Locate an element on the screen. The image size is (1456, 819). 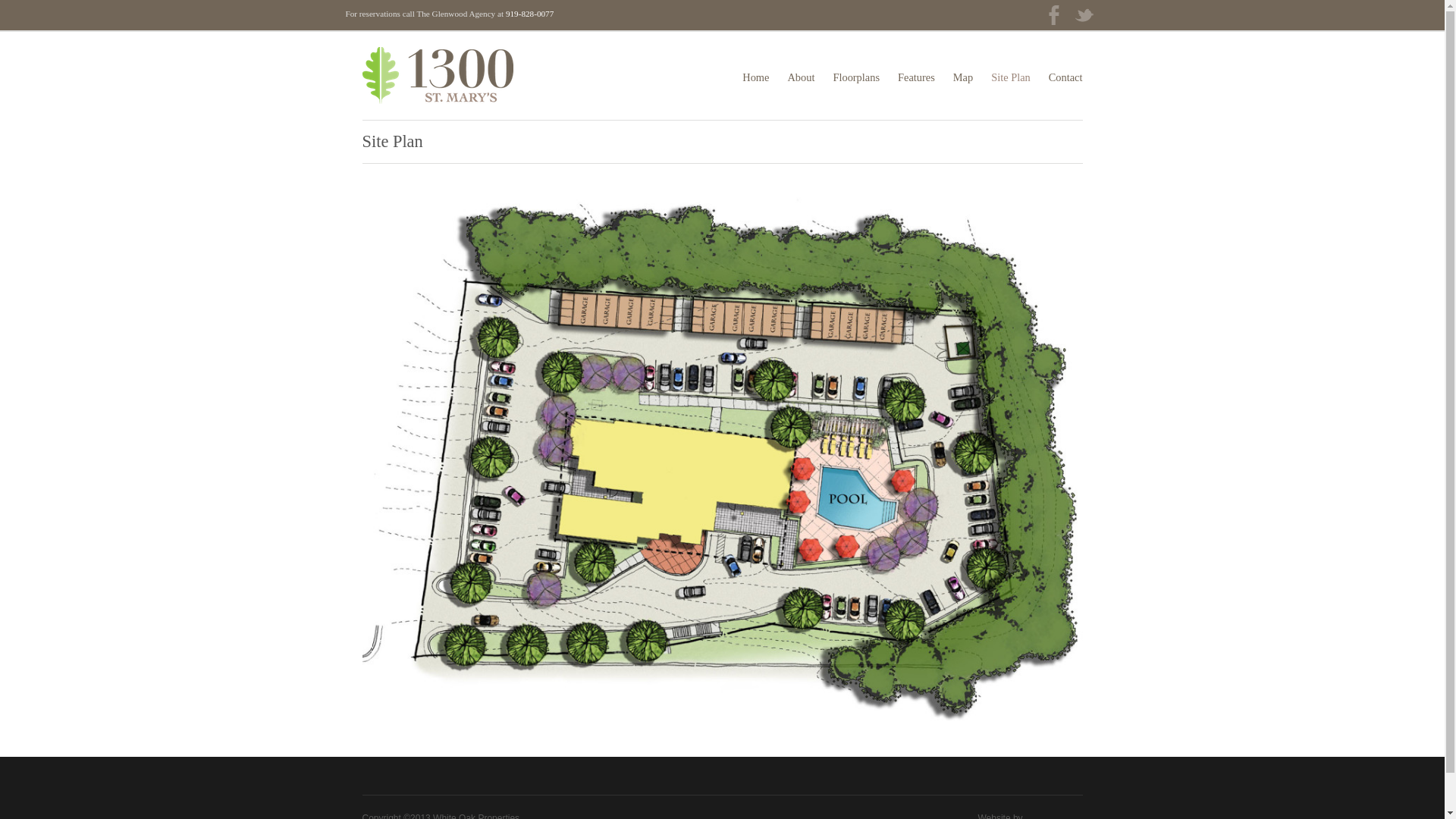
'Map' is located at coordinates (962, 77).